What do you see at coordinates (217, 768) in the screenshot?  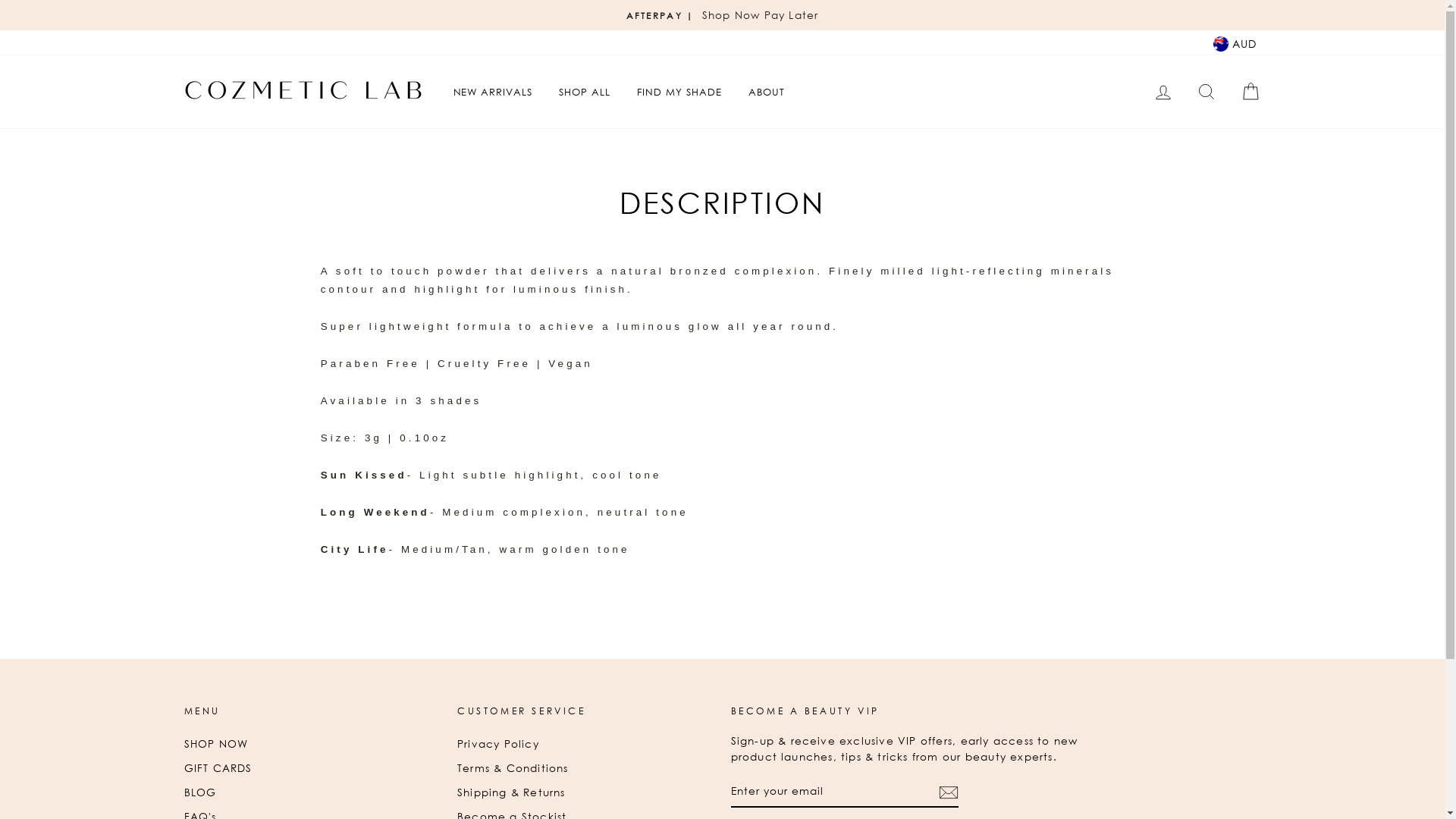 I see `'GIFT CARDS'` at bounding box center [217, 768].